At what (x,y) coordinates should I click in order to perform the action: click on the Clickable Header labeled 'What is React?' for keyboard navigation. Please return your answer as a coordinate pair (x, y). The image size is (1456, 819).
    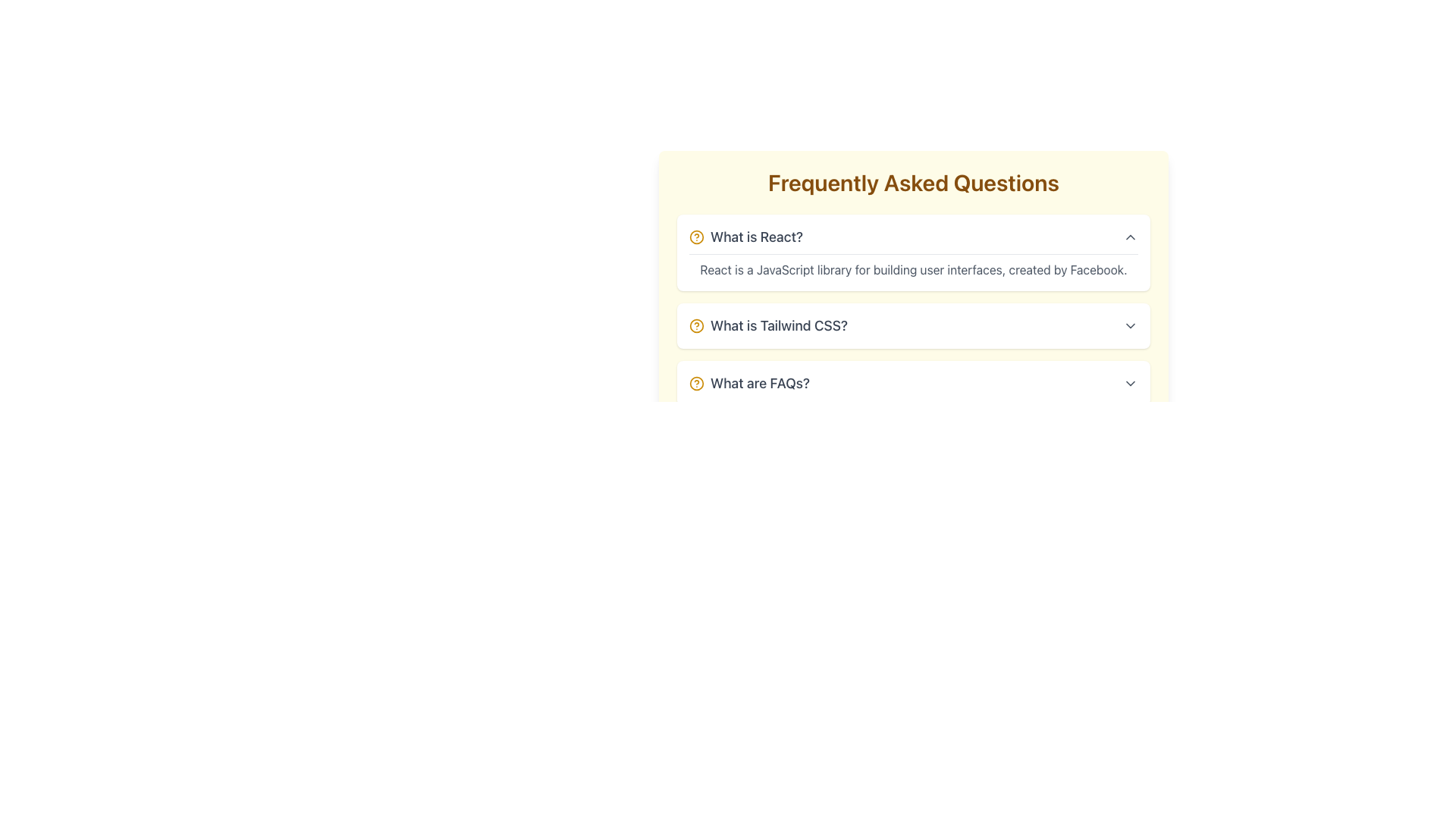
    Looking at the image, I should click on (912, 237).